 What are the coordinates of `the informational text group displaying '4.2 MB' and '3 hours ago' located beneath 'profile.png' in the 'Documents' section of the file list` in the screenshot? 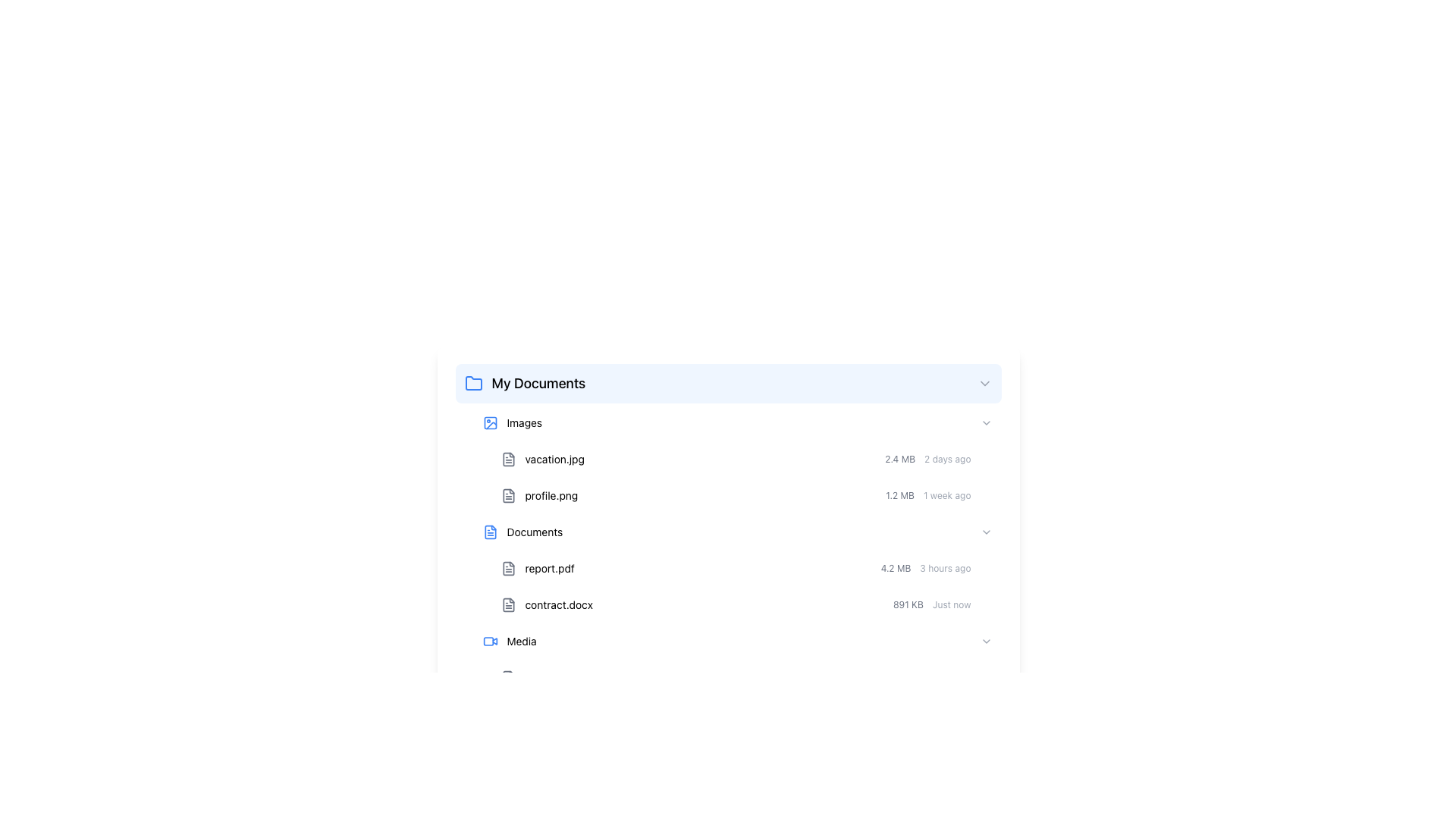 It's located at (936, 568).